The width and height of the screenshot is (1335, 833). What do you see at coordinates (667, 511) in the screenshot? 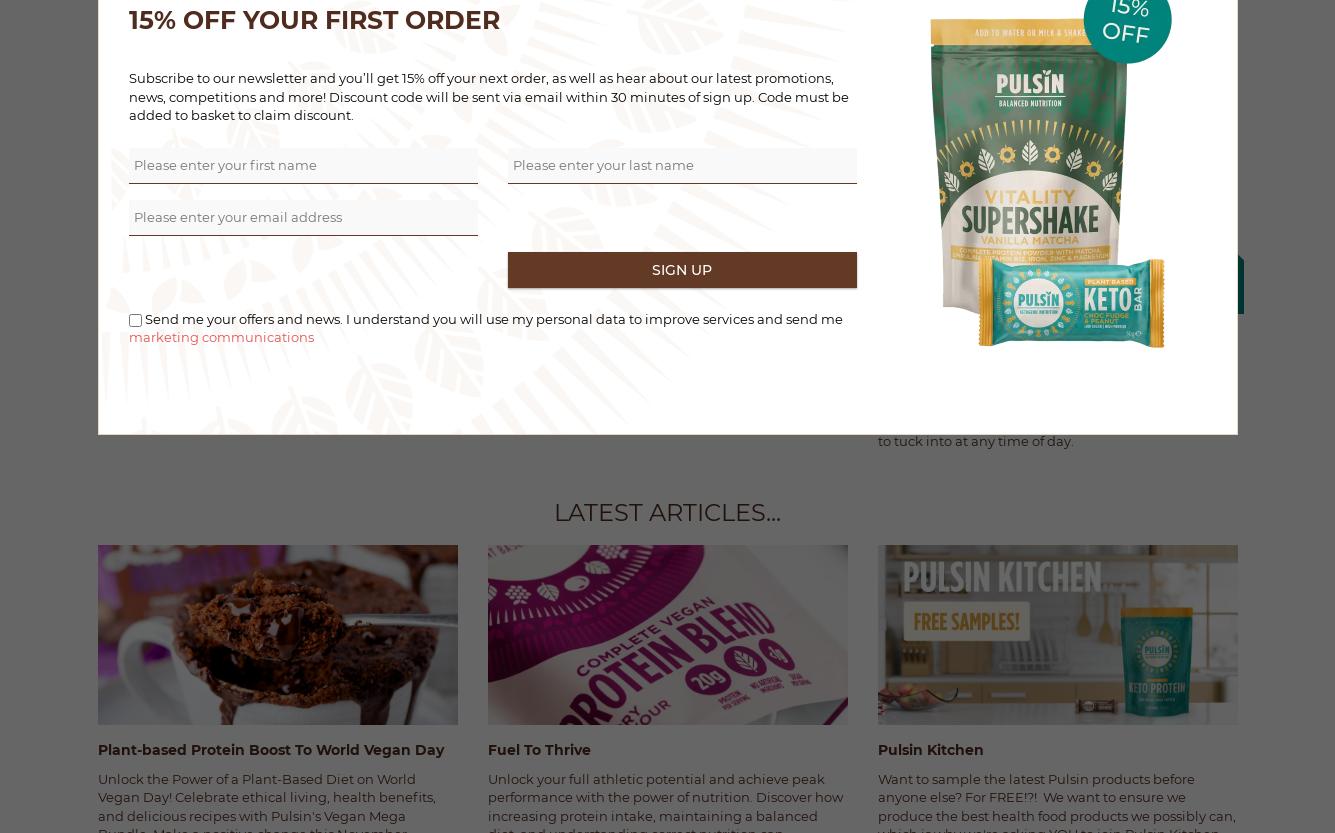
I see `'Latest articles...'` at bounding box center [667, 511].